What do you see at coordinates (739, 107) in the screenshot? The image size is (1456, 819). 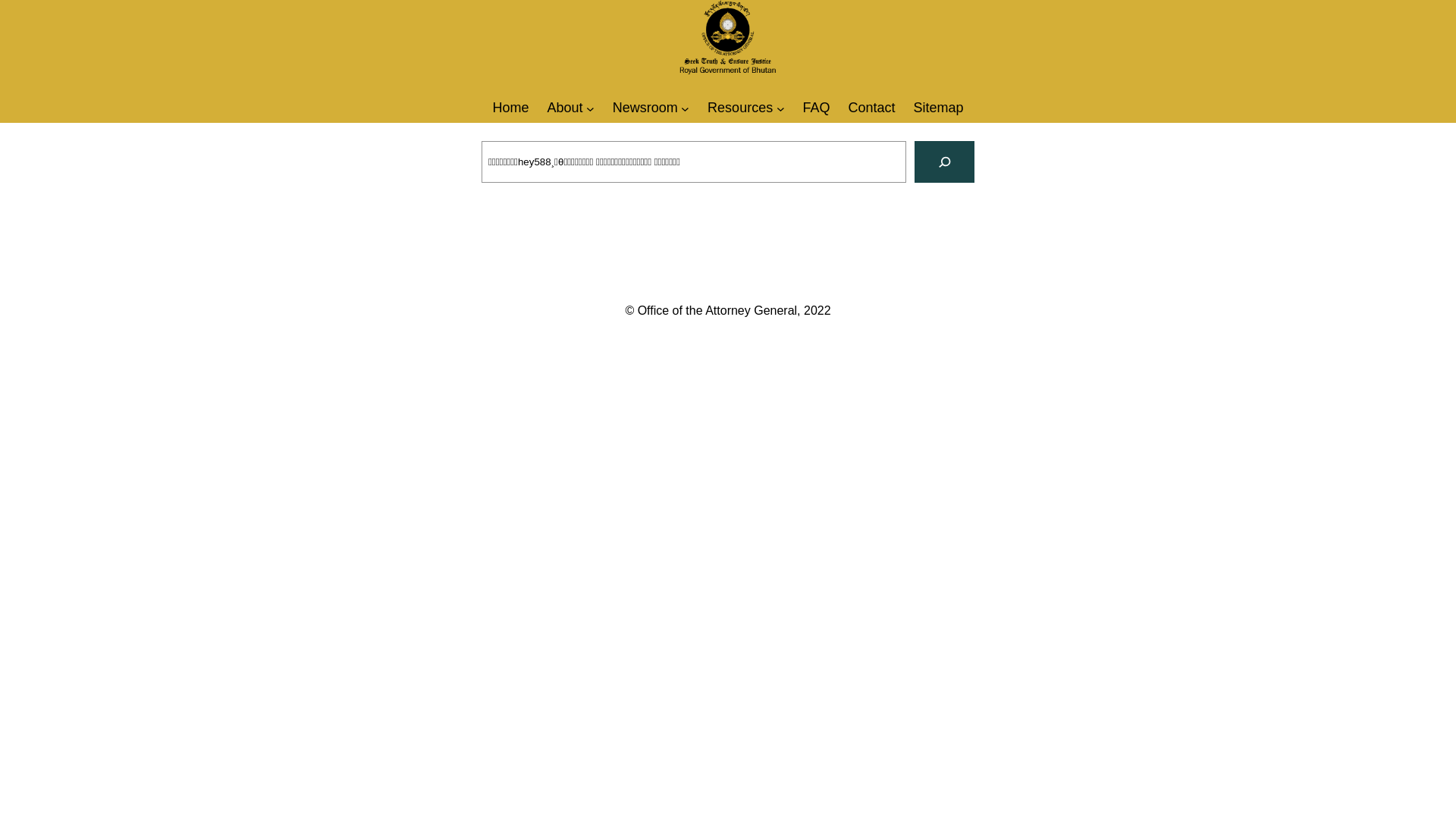 I see `'Resources'` at bounding box center [739, 107].